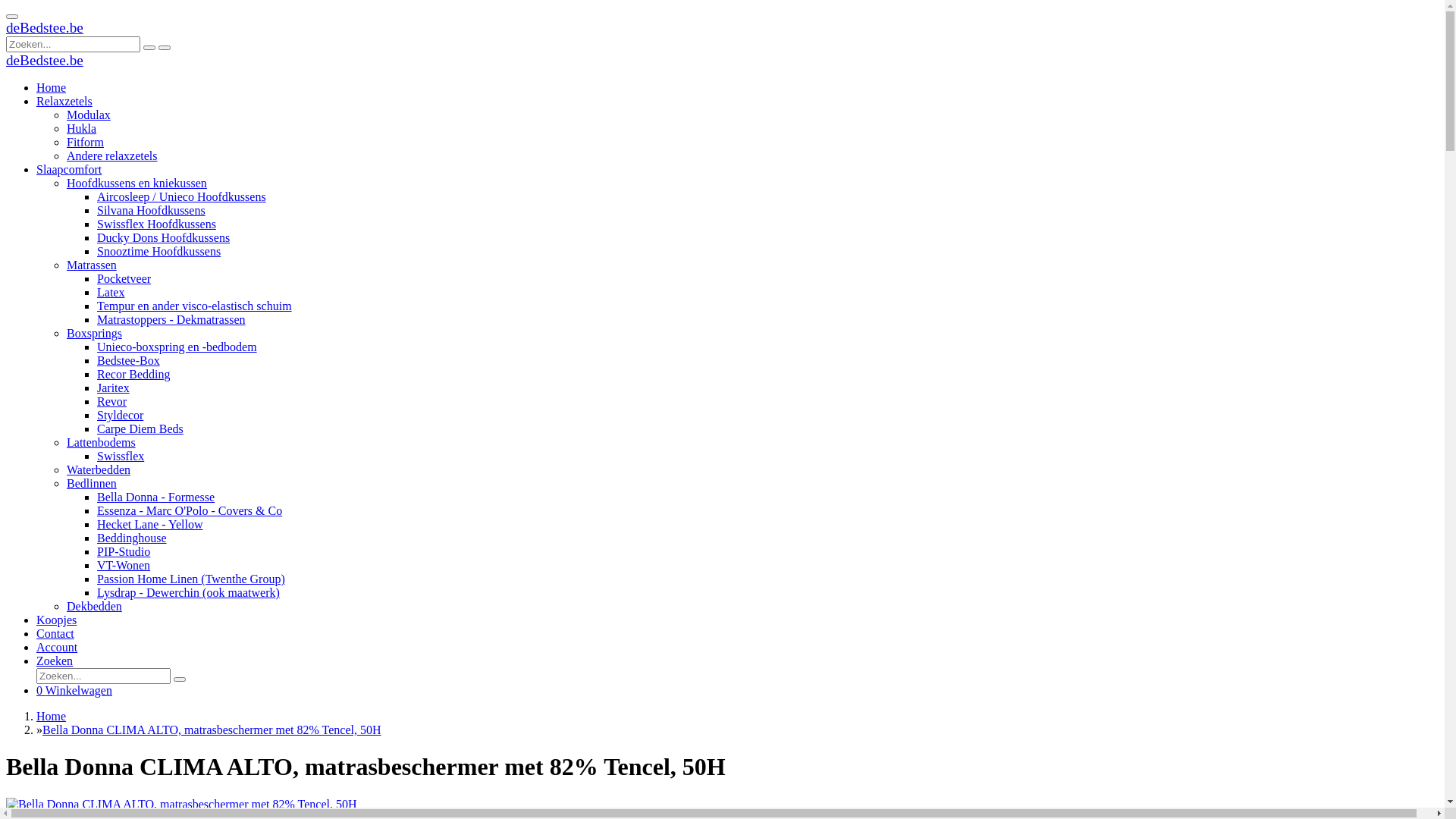 Image resolution: width=1456 pixels, height=819 pixels. Describe the element at coordinates (96, 387) in the screenshot. I see `'Jaritex'` at that location.